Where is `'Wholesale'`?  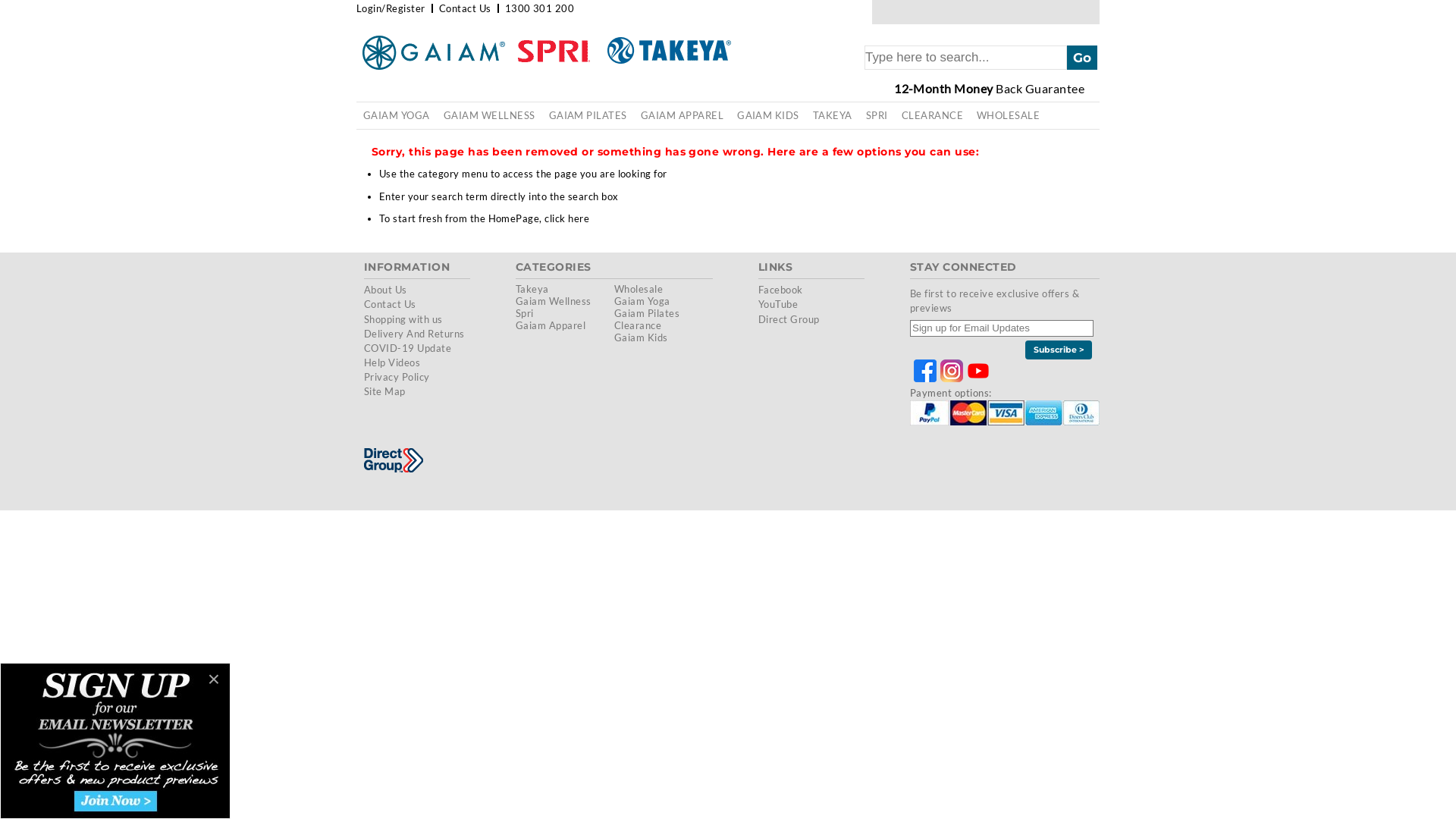 'Wholesale' is located at coordinates (638, 289).